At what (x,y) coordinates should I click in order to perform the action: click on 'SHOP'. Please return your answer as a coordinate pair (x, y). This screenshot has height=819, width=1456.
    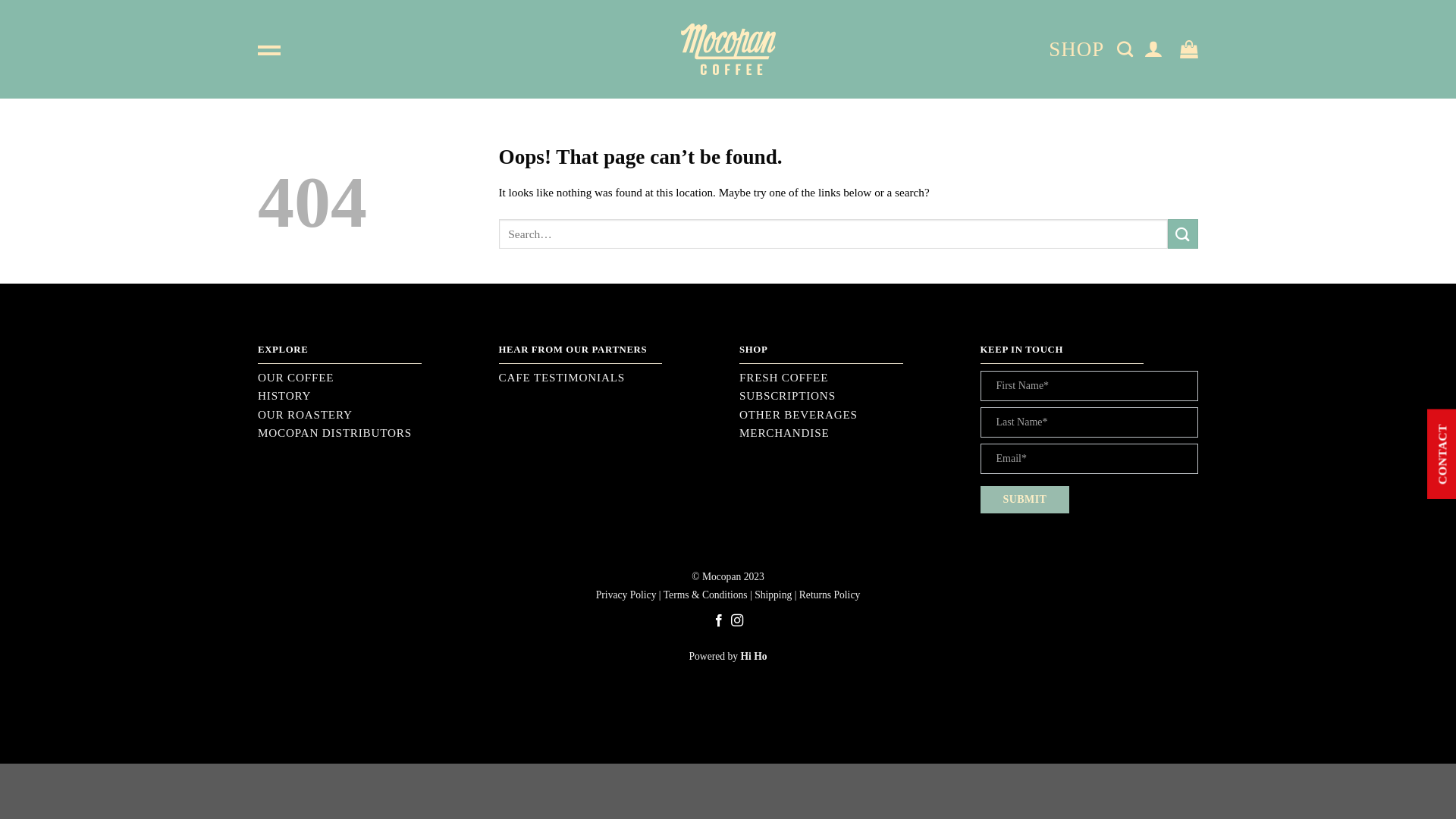
    Looking at the image, I should click on (1075, 49).